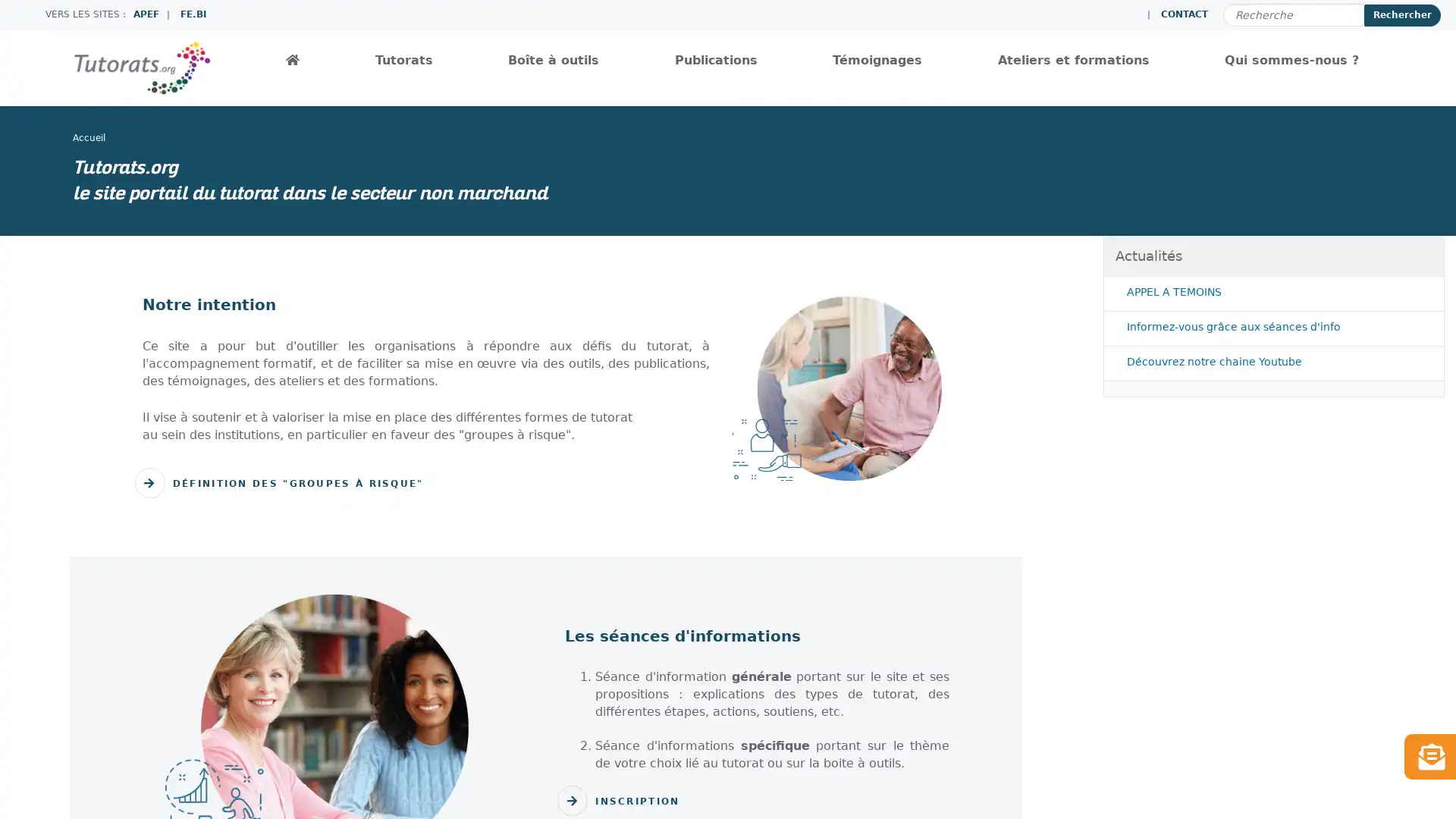  What do you see at coordinates (1401, 14) in the screenshot?
I see `Rechercher` at bounding box center [1401, 14].